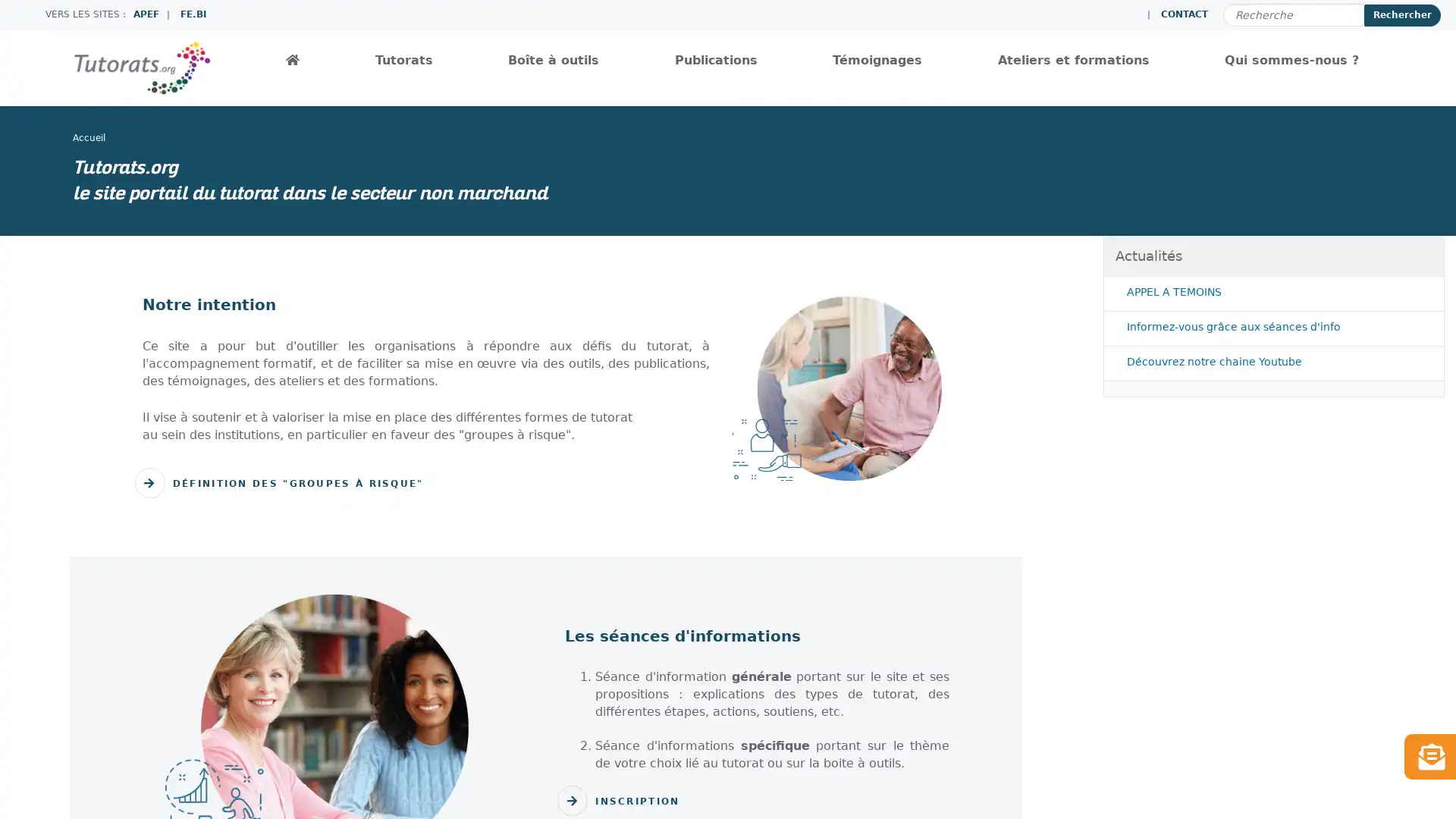  What do you see at coordinates (1401, 14) in the screenshot?
I see `Rechercher` at bounding box center [1401, 14].